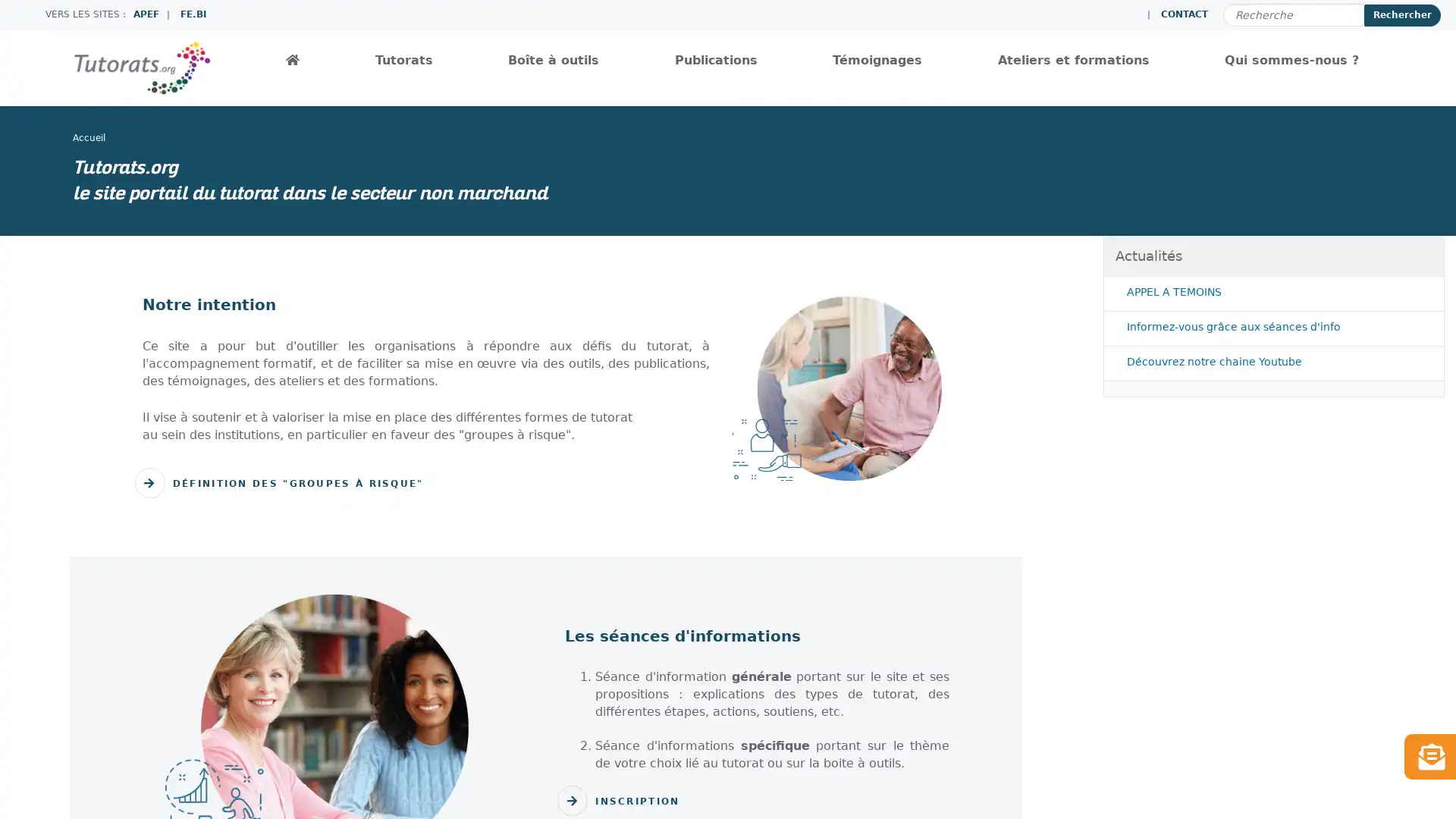  What do you see at coordinates (1401, 14) in the screenshot?
I see `Rechercher` at bounding box center [1401, 14].